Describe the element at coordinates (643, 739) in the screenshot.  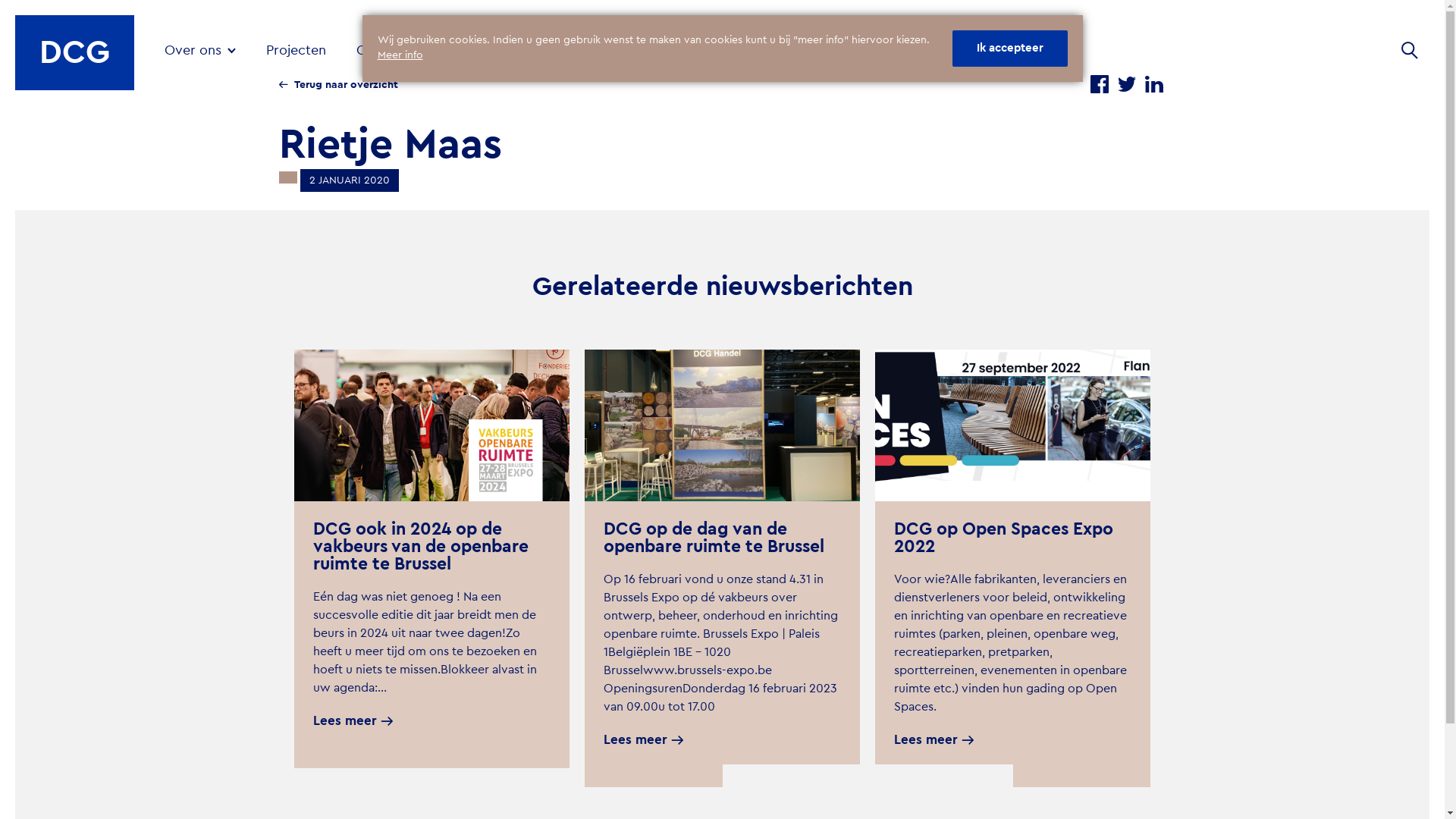
I see `'Lees meer'` at that location.